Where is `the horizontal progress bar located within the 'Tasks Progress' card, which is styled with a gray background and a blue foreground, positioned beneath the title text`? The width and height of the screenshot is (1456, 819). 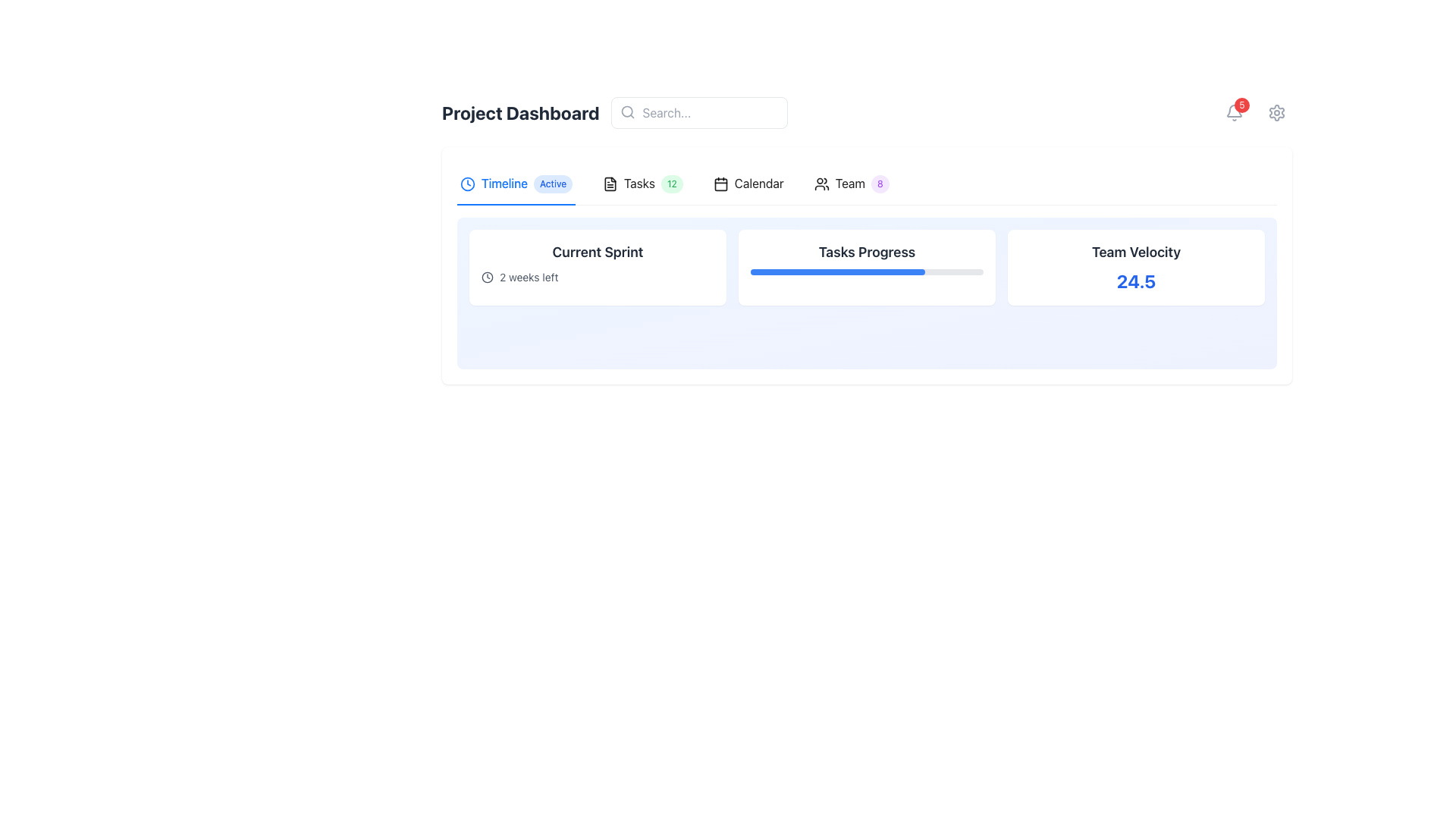
the horizontal progress bar located within the 'Tasks Progress' card, which is styled with a gray background and a blue foreground, positioned beneath the title text is located at coordinates (867, 271).